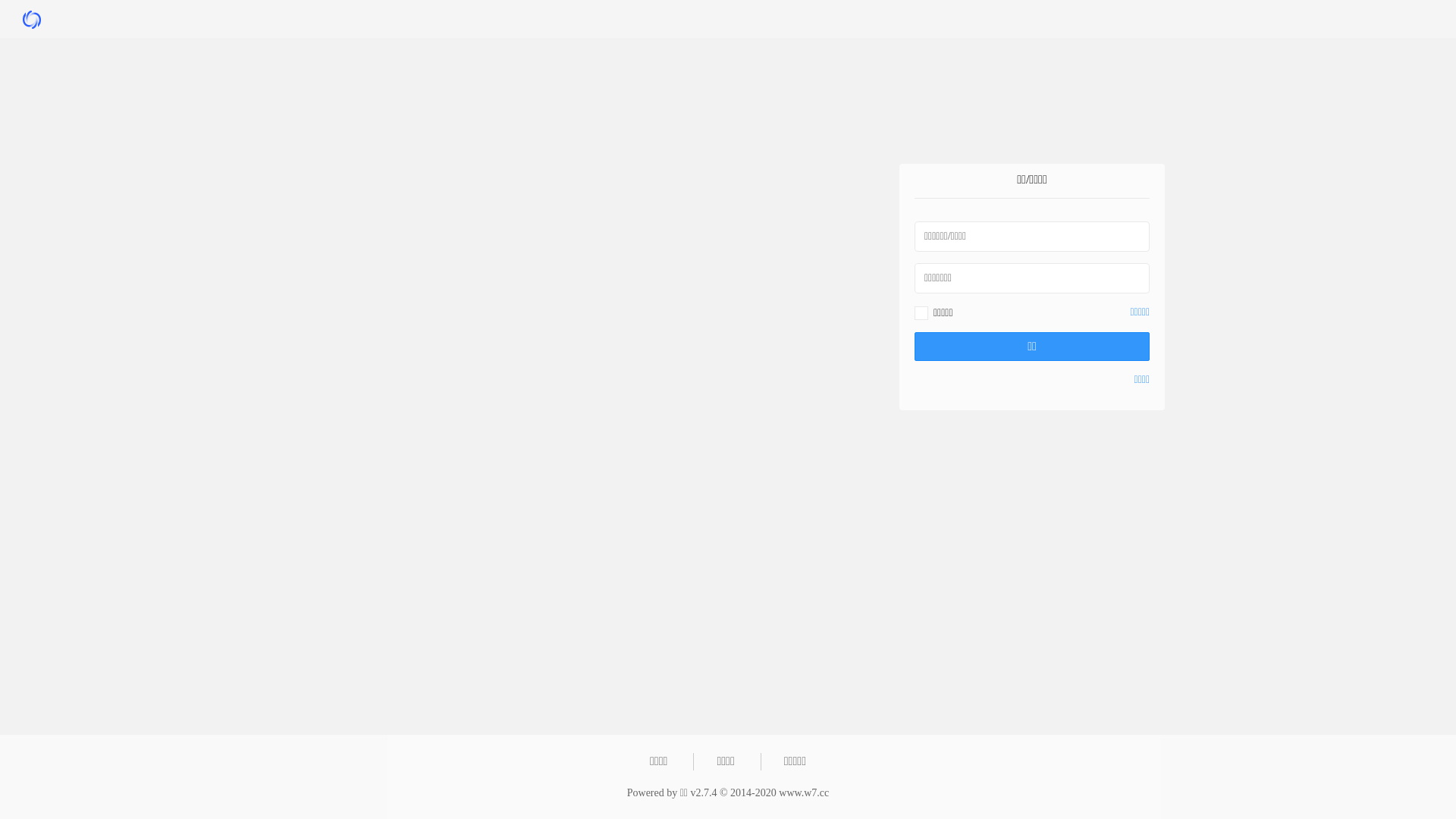 Image resolution: width=1456 pixels, height=819 pixels. I want to click on 'www.w7.cc', so click(803, 792).